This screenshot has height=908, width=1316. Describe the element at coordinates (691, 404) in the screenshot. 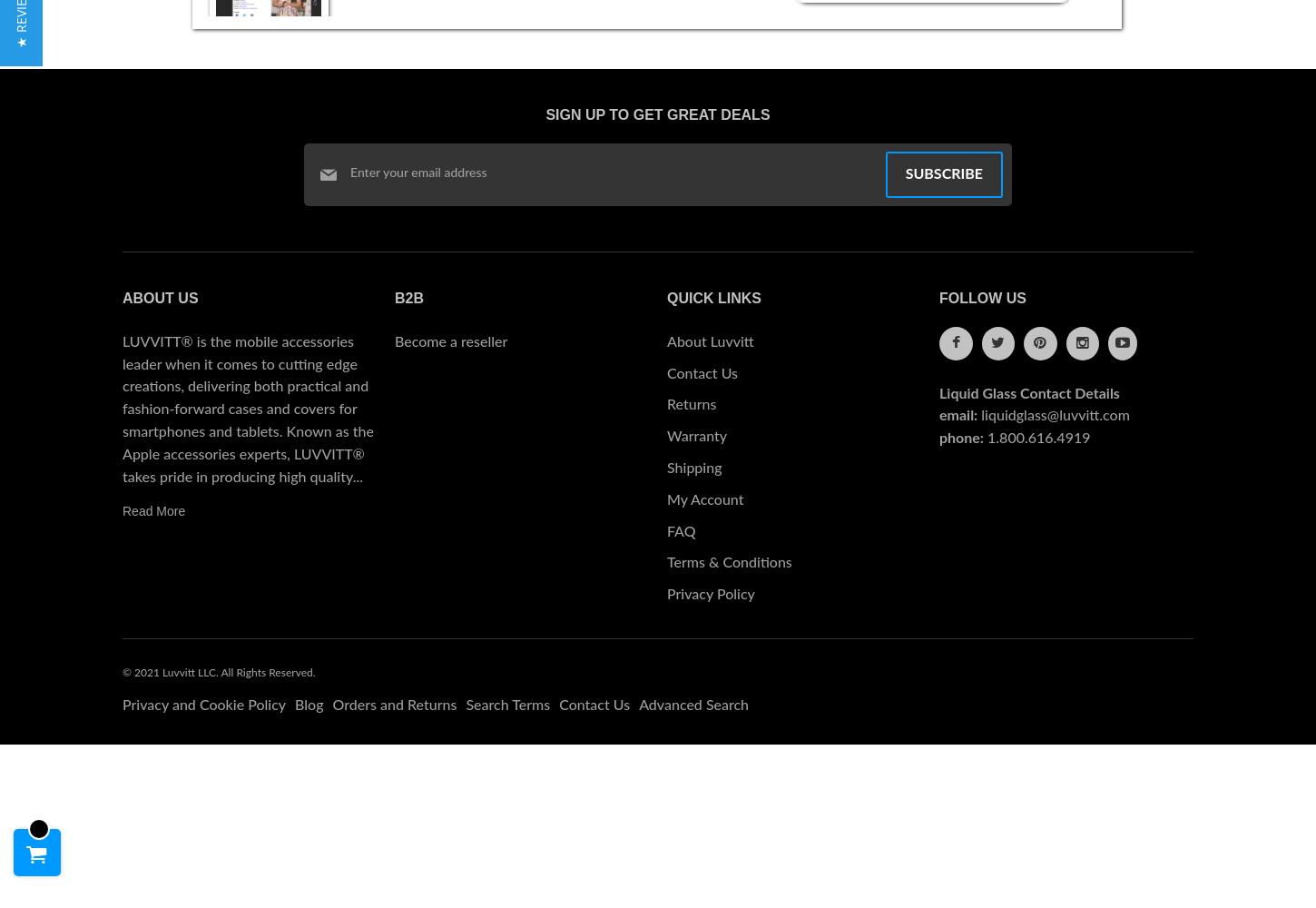

I see `'Returns'` at that location.